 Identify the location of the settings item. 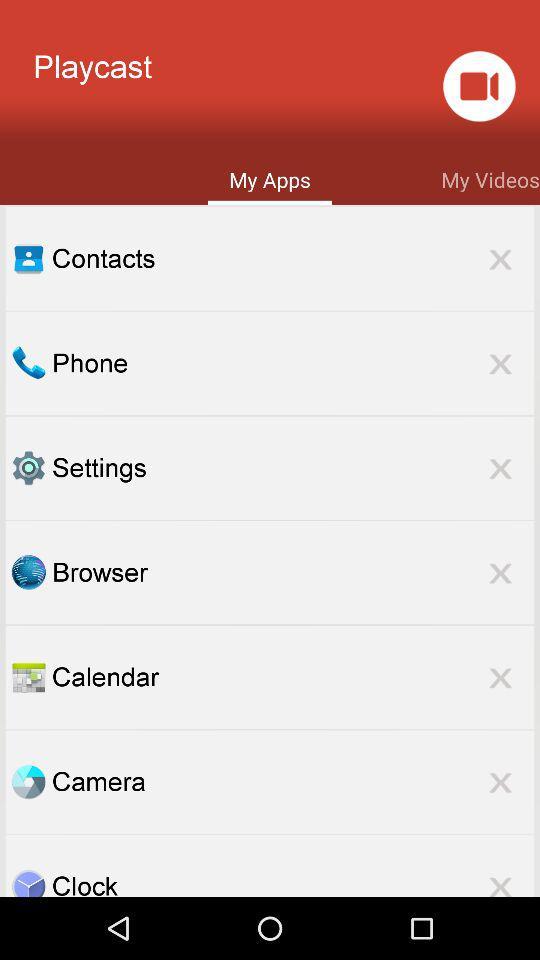
(292, 468).